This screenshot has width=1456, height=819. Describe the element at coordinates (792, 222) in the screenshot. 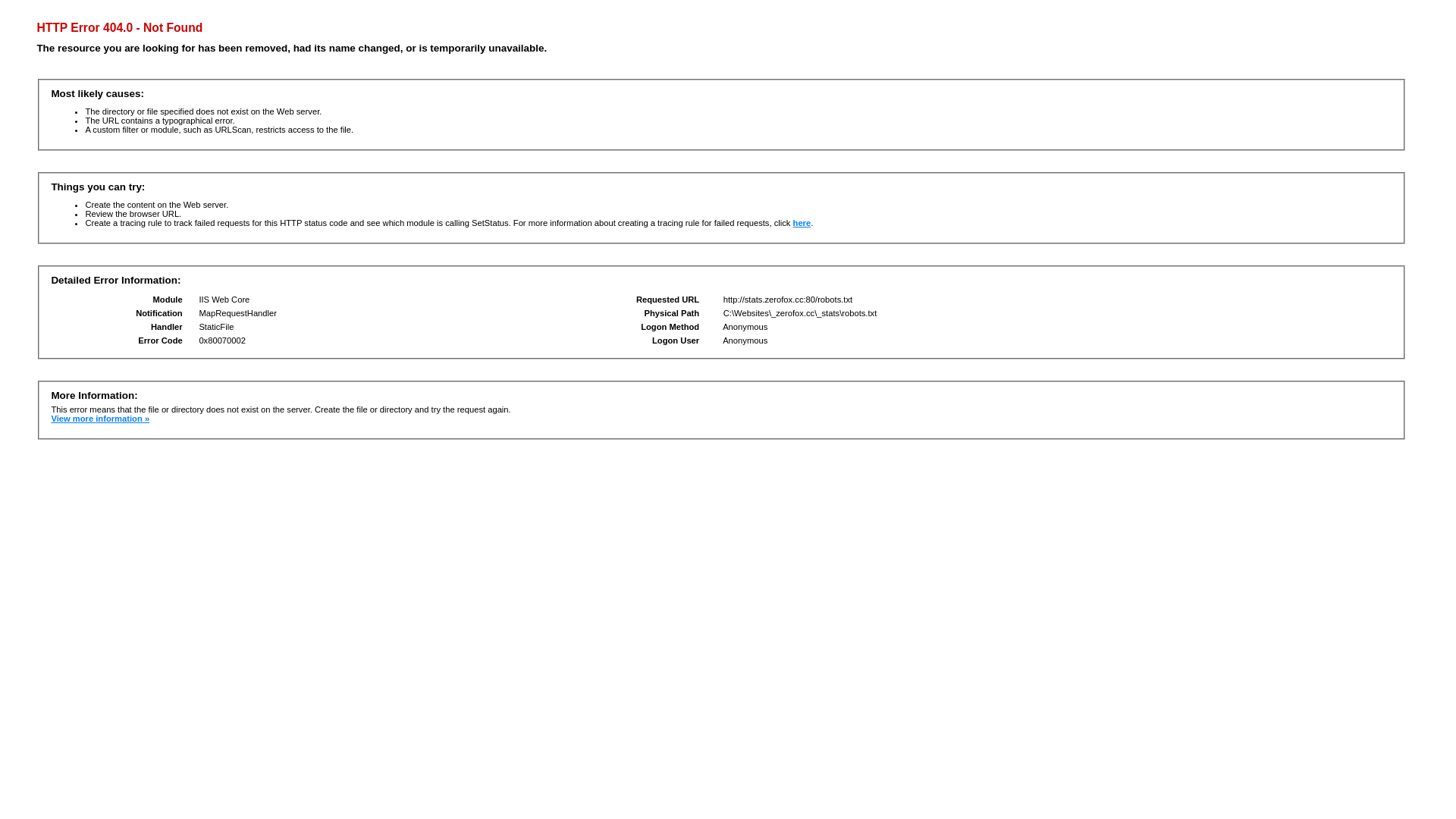

I see `'here'` at that location.